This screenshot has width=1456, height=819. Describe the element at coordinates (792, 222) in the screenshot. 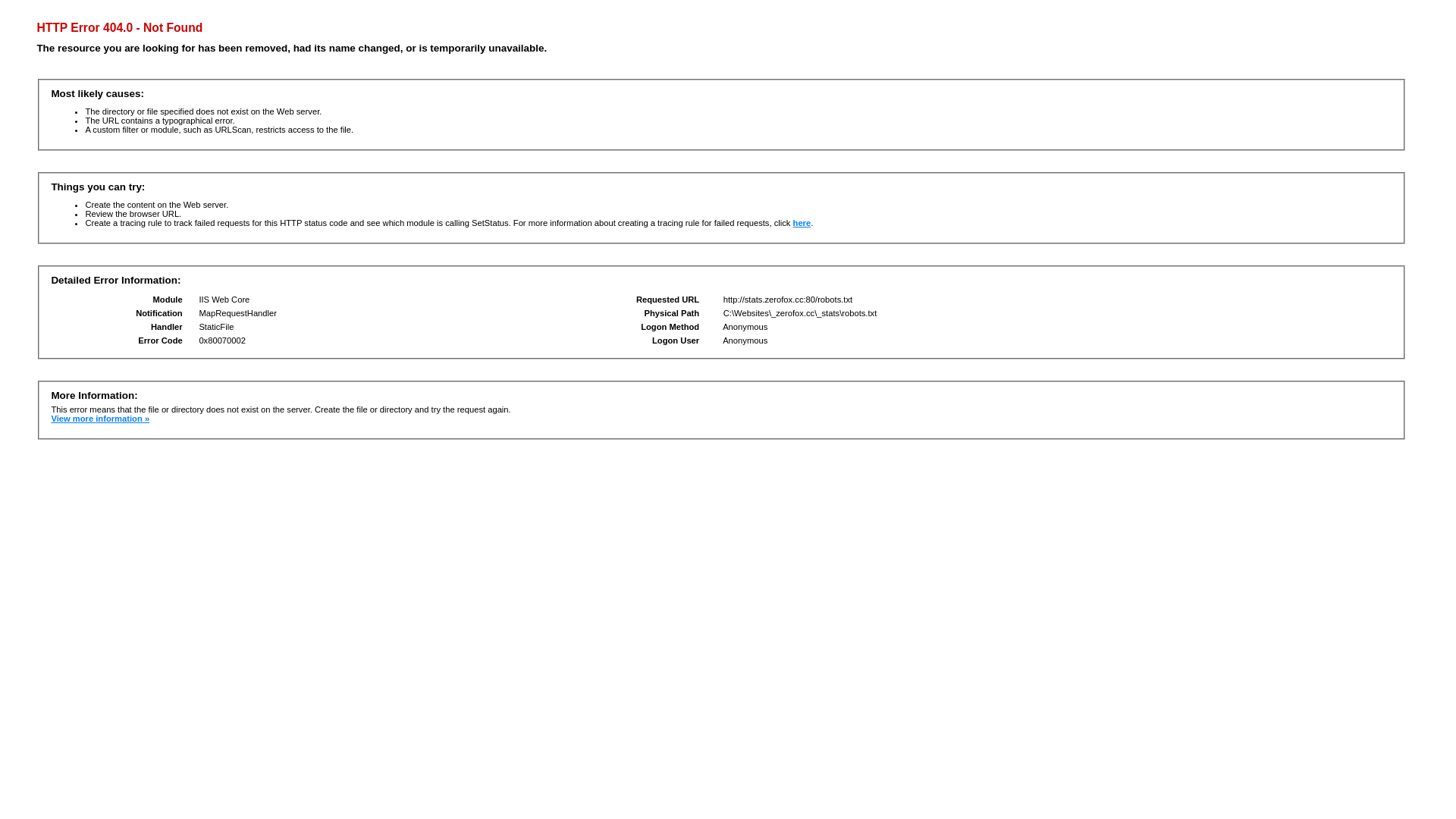

I see `'here'` at that location.